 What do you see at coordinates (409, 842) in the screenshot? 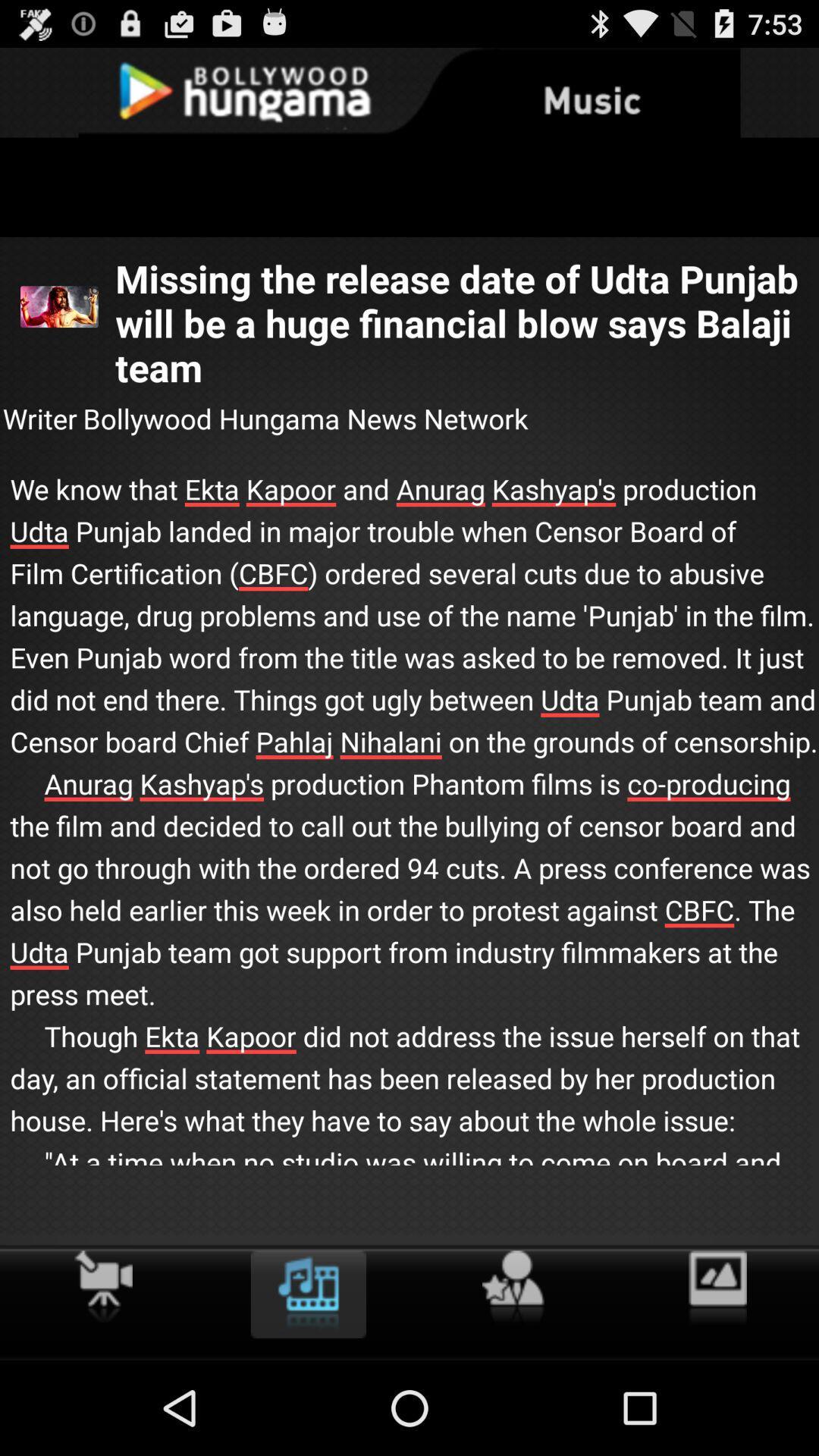
I see `the we know that item` at bounding box center [409, 842].